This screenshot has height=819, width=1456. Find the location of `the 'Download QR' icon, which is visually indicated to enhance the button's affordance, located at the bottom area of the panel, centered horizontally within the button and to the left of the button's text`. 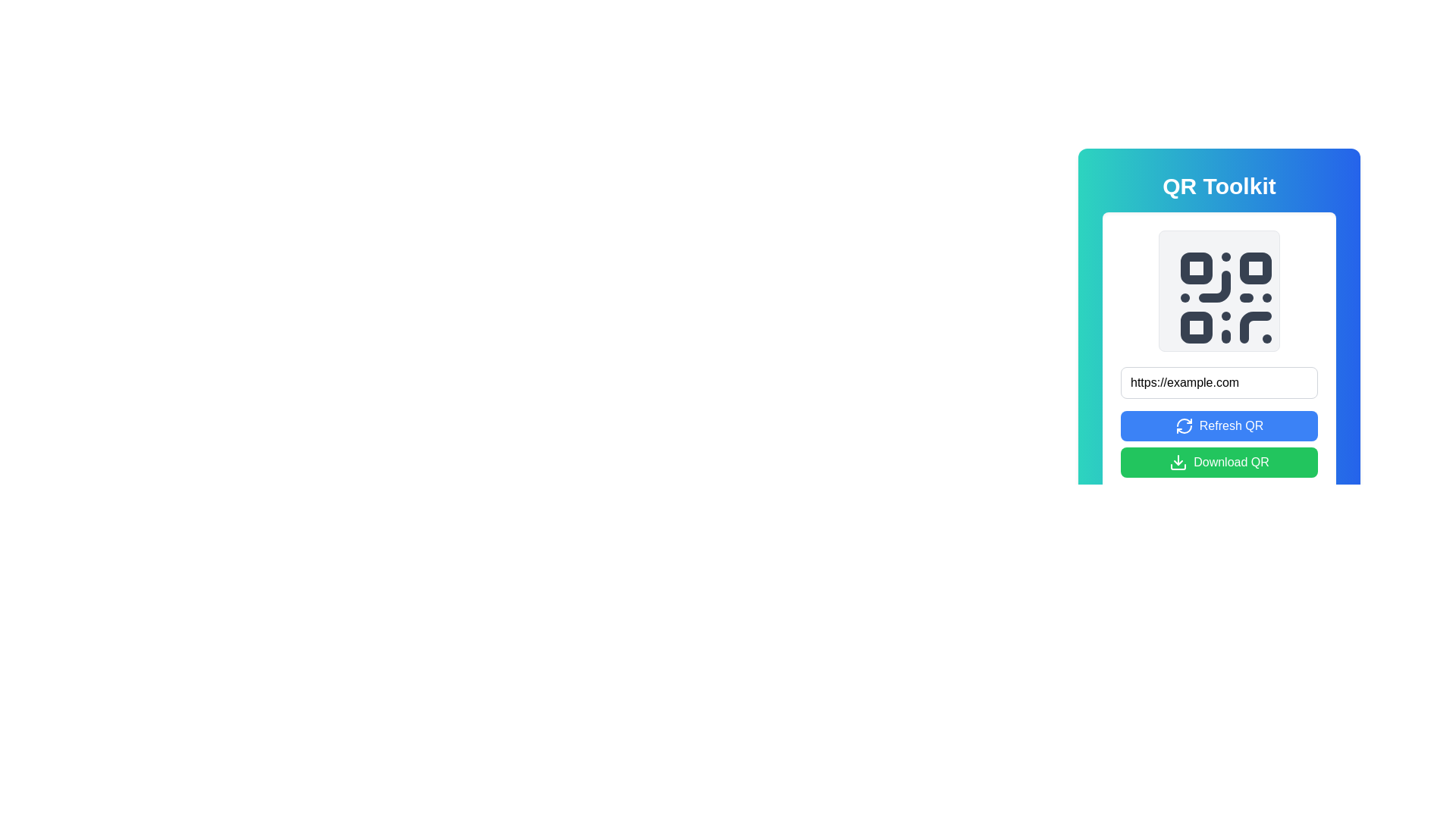

the 'Download QR' icon, which is visually indicated to enhance the button's affordance, located at the bottom area of the panel, centered horizontally within the button and to the left of the button's text is located at coordinates (1178, 461).